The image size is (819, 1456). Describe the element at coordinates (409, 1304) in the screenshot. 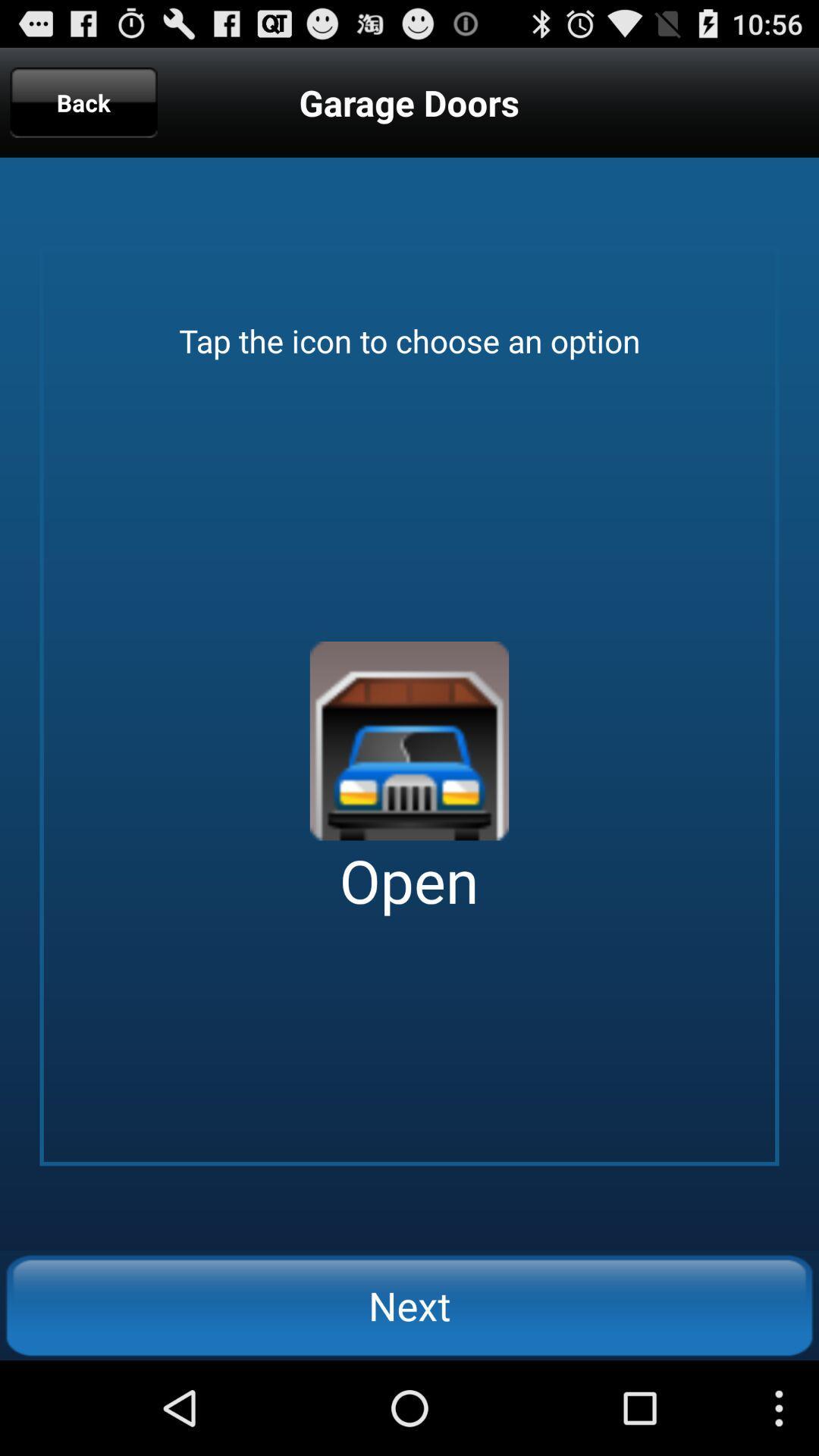

I see `the icon below the open app` at that location.